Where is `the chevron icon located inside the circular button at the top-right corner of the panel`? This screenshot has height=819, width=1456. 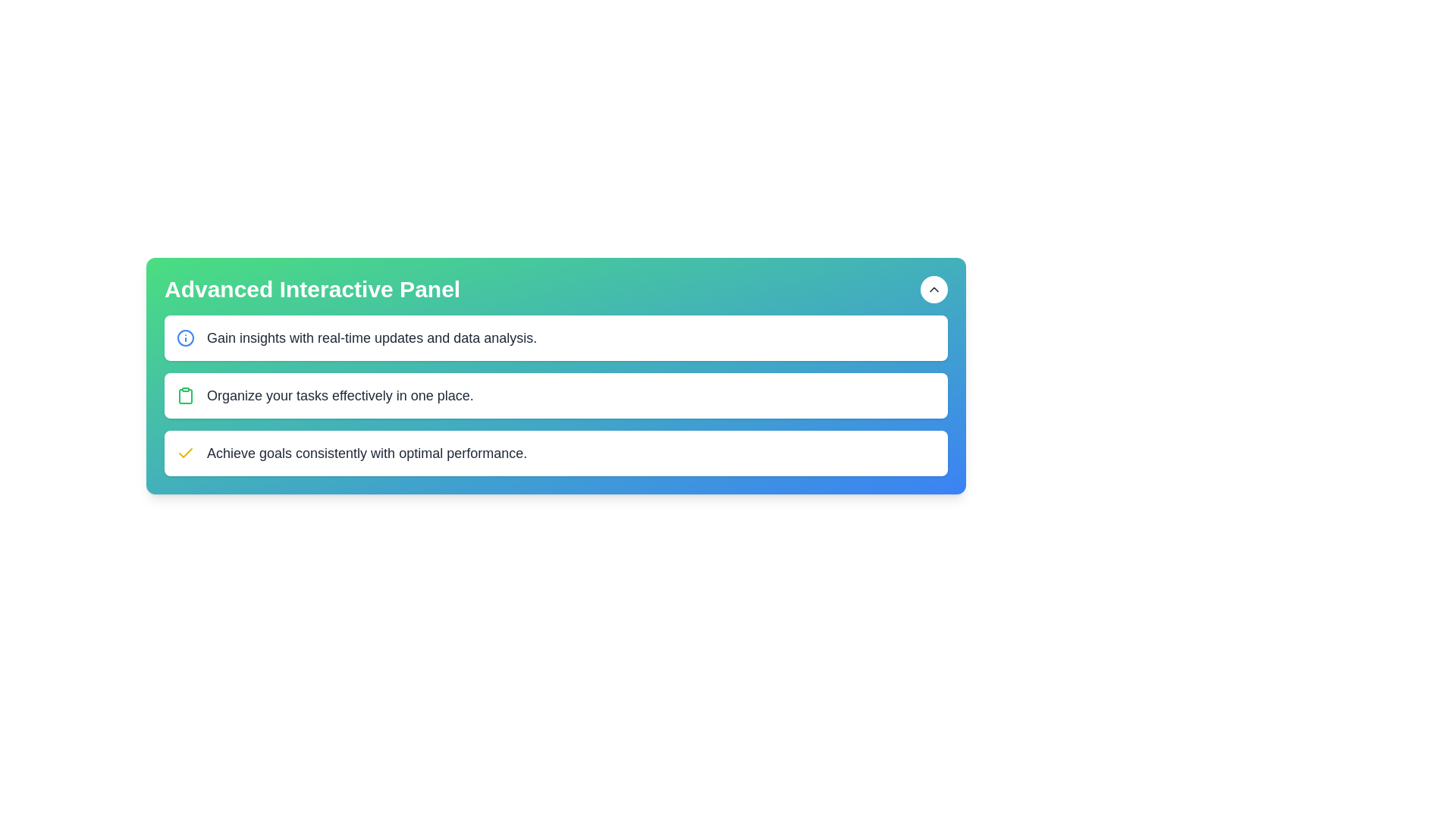
the chevron icon located inside the circular button at the top-right corner of the panel is located at coordinates (934, 289).